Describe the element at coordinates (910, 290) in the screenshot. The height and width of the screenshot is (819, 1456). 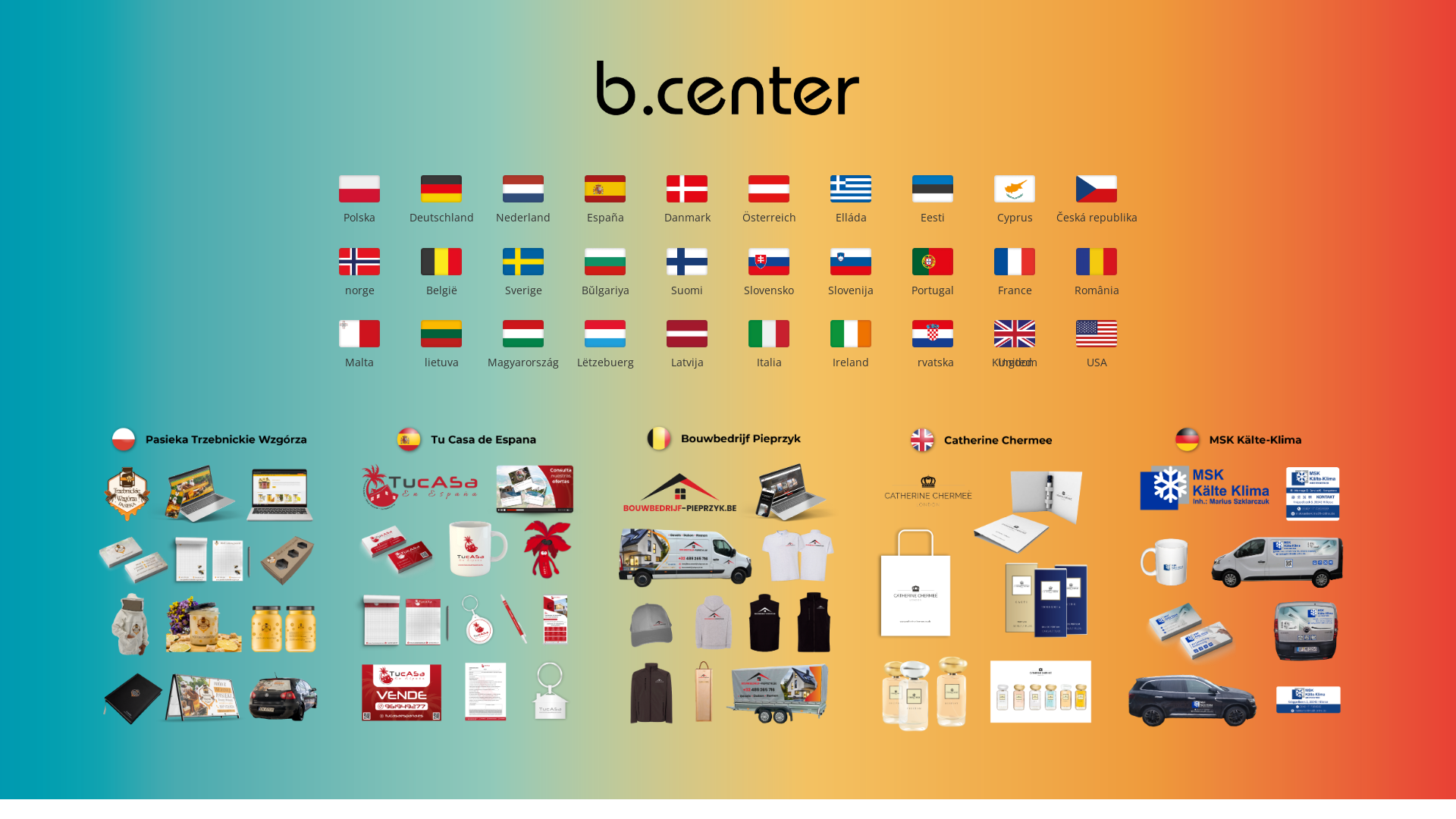
I see `'Portugal'` at that location.